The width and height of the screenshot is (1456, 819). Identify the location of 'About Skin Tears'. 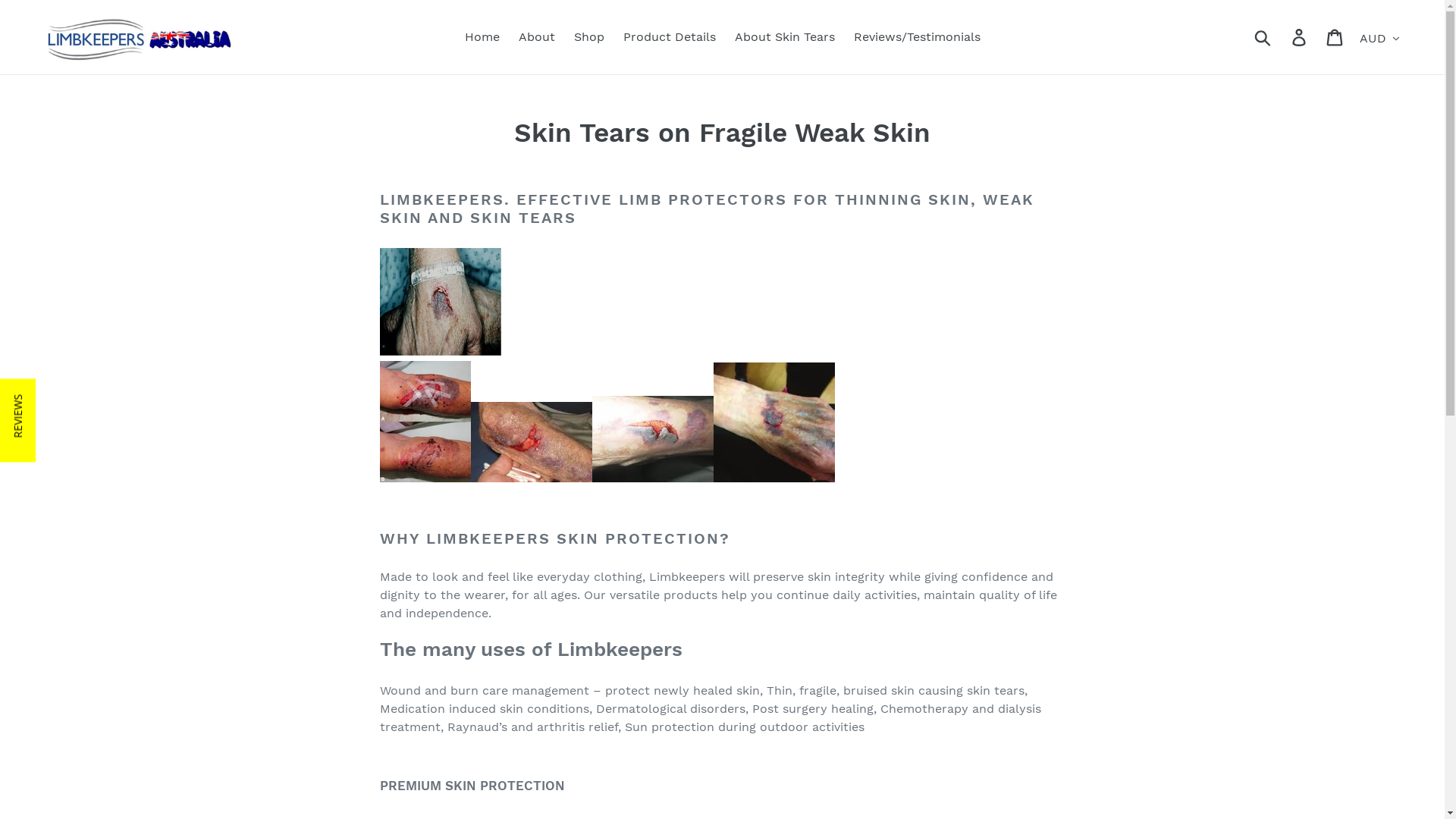
(783, 36).